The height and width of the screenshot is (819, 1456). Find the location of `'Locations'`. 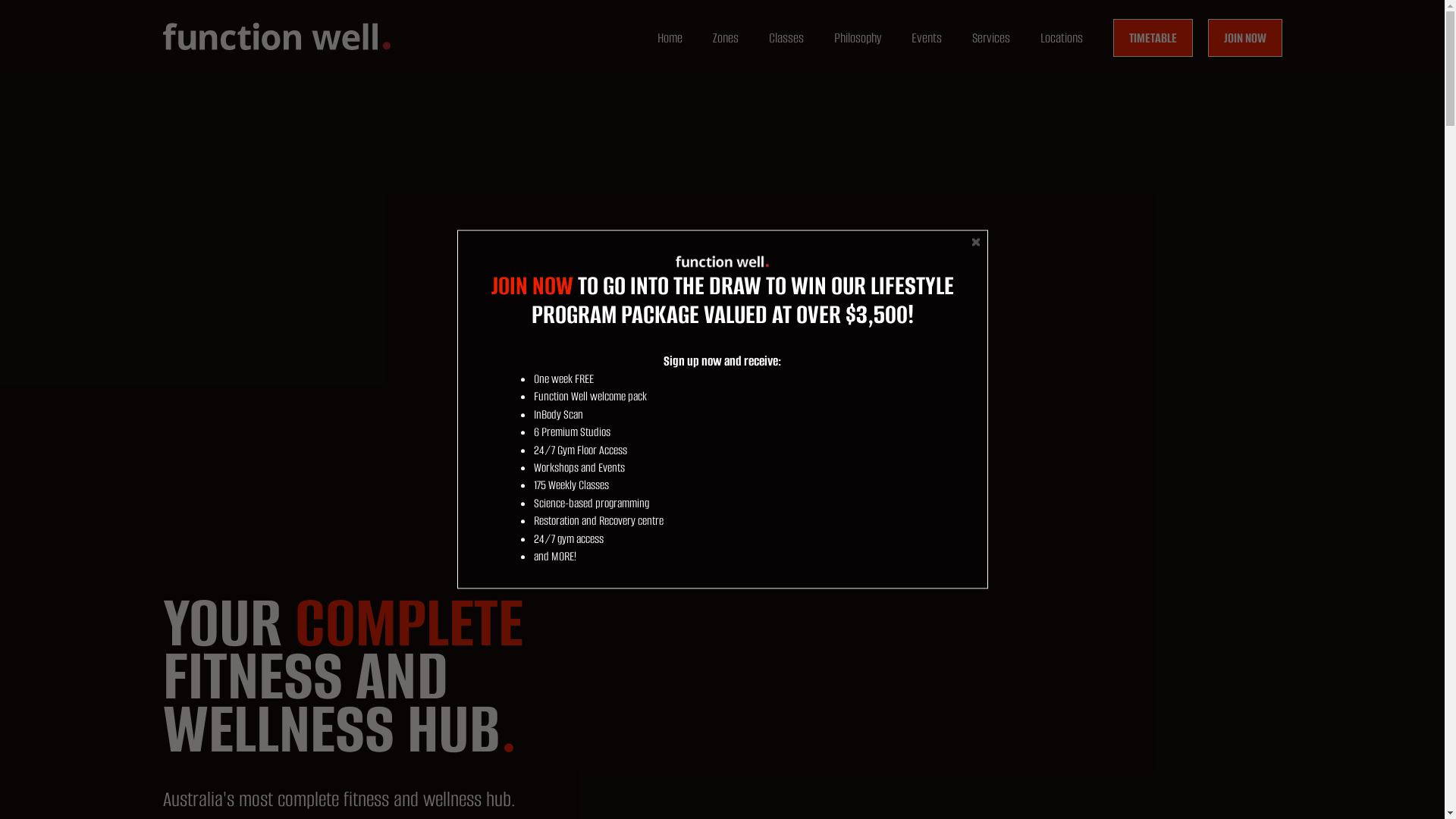

'Locations' is located at coordinates (1061, 37).